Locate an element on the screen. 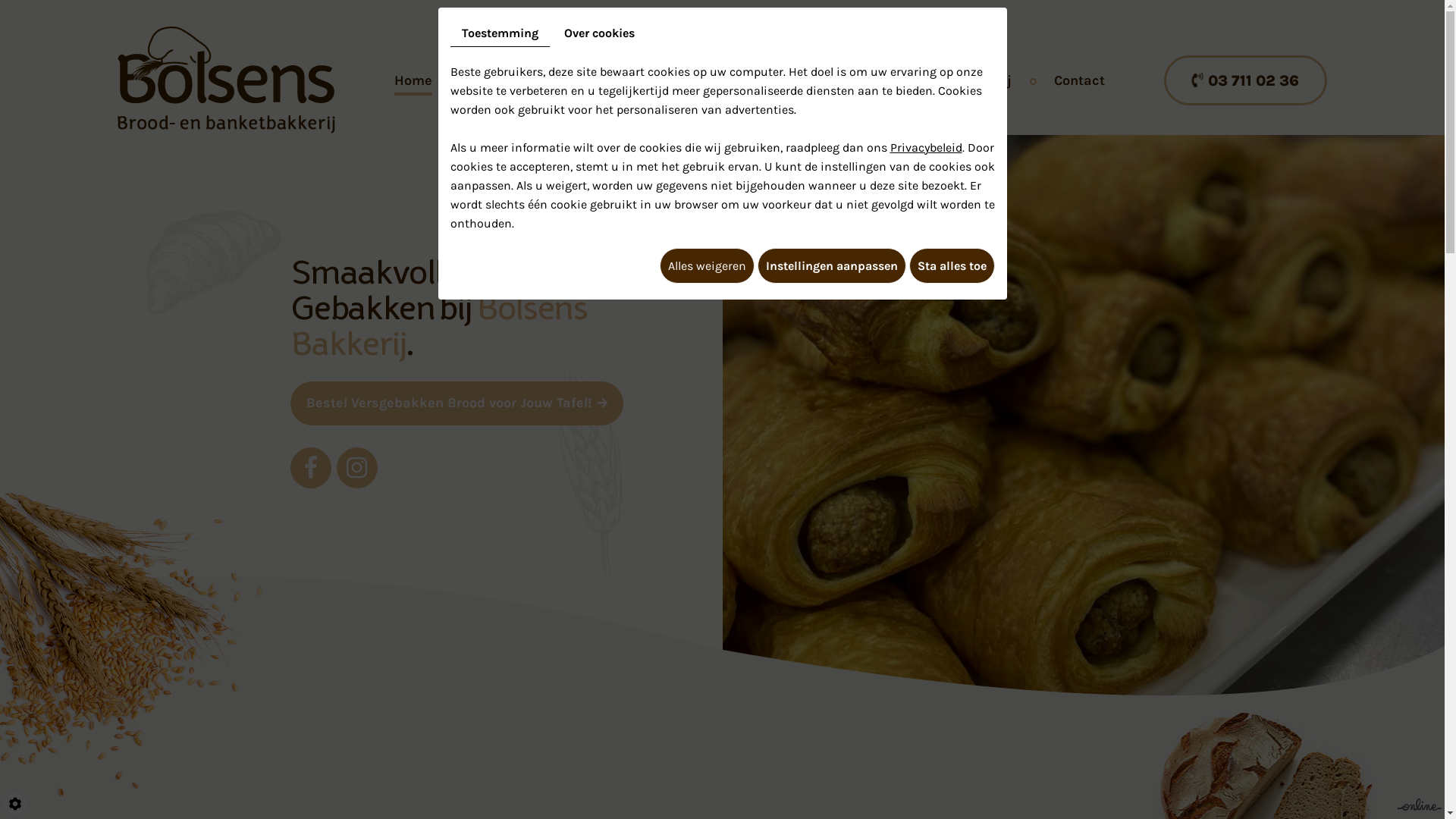  'Bestel Versgebakken Brood voor Jouw Tafel!' is located at coordinates (290, 403).